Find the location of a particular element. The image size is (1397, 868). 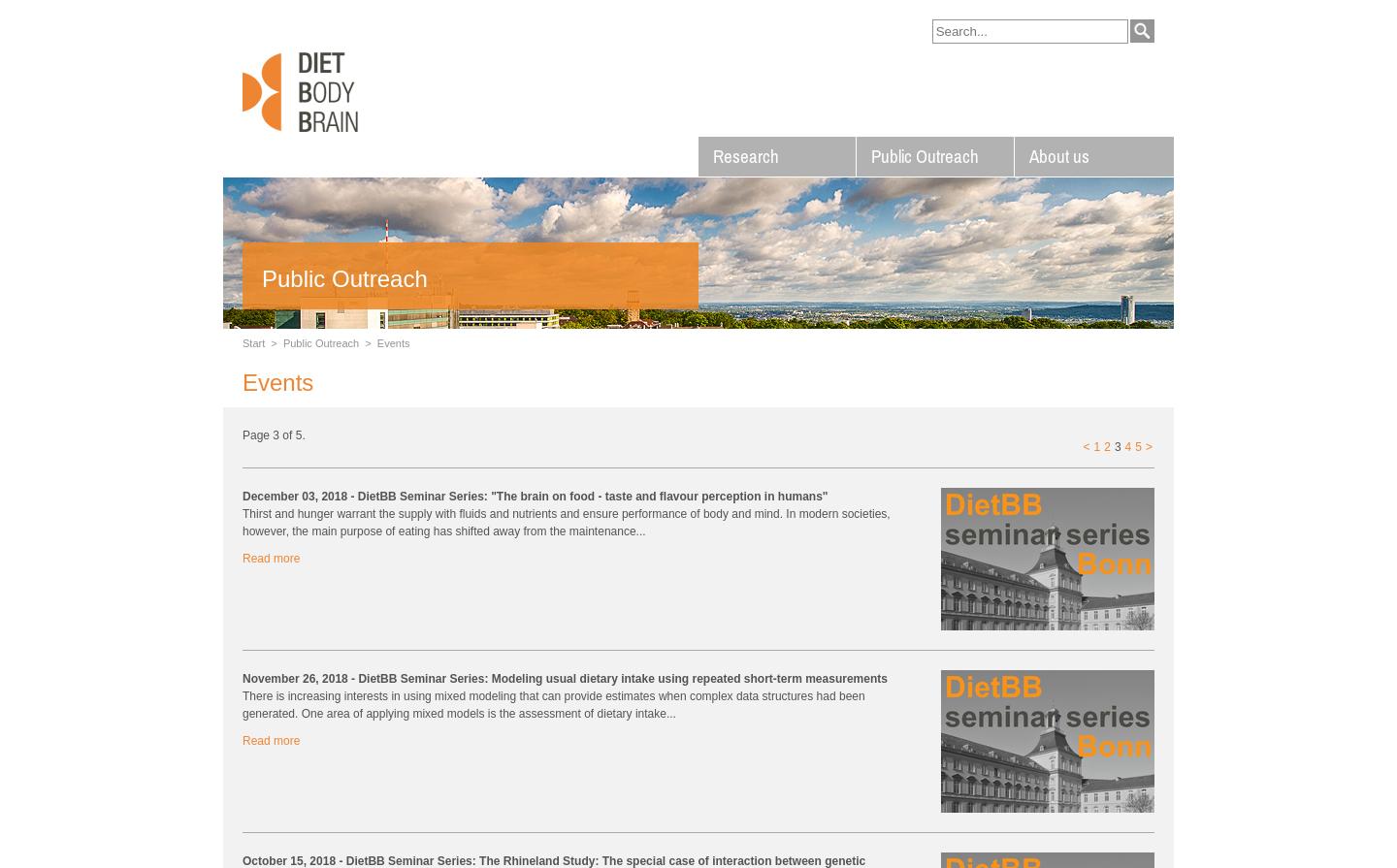

'November 26, 2018' is located at coordinates (297, 676).